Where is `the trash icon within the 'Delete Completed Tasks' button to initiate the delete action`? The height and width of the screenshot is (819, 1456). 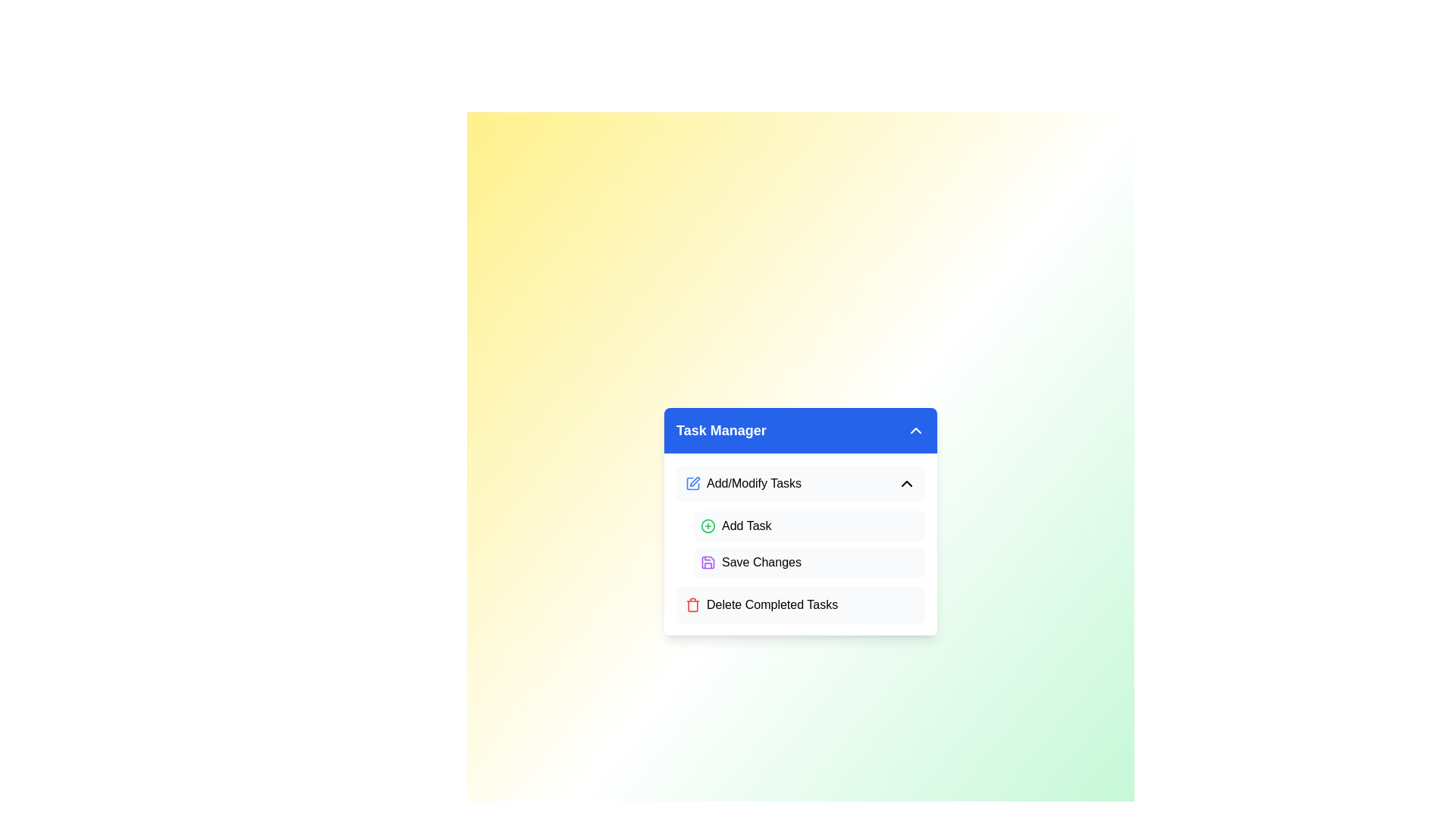
the trash icon within the 'Delete Completed Tasks' button to initiate the delete action is located at coordinates (692, 604).